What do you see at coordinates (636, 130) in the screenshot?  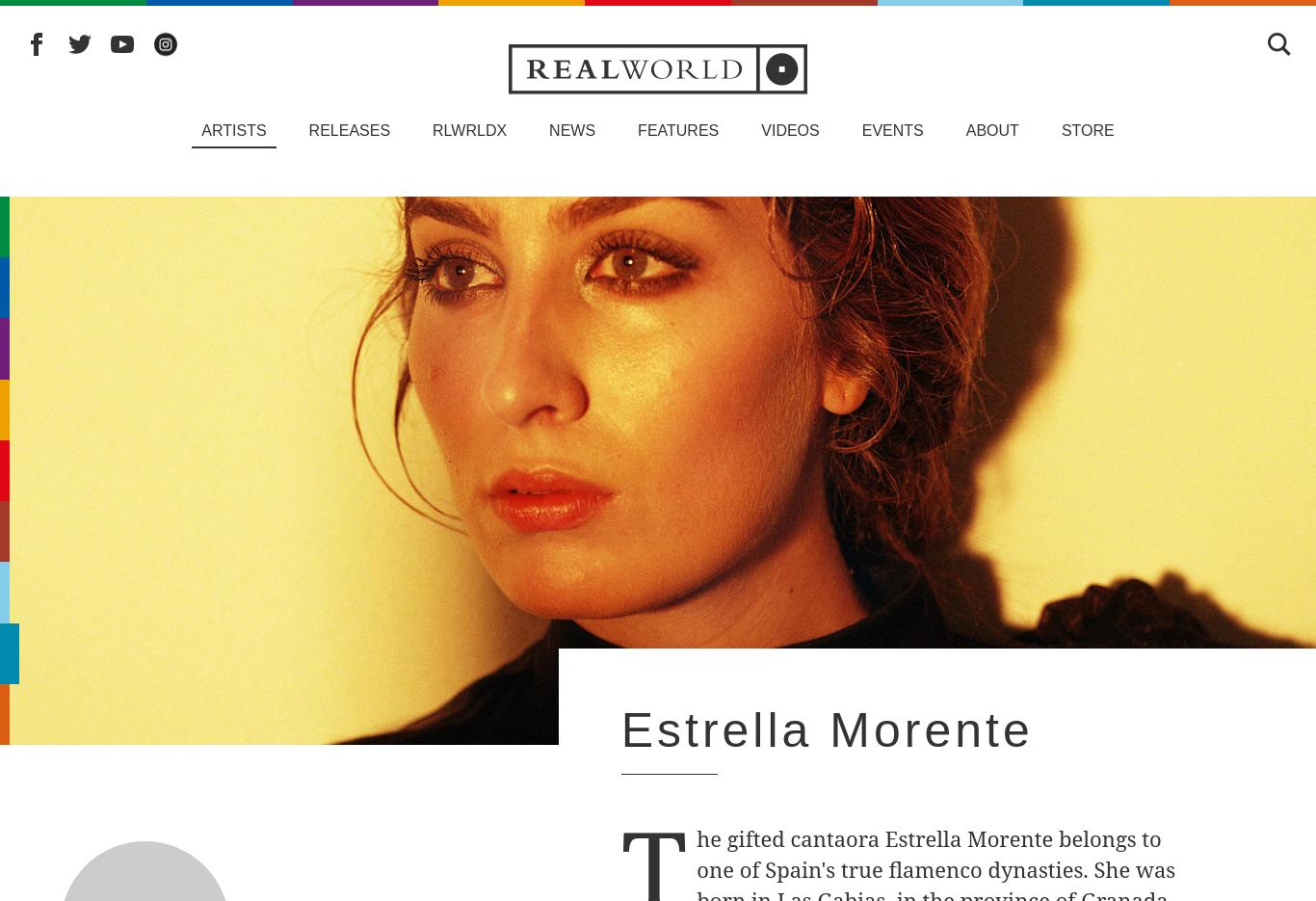 I see `'Features'` at bounding box center [636, 130].